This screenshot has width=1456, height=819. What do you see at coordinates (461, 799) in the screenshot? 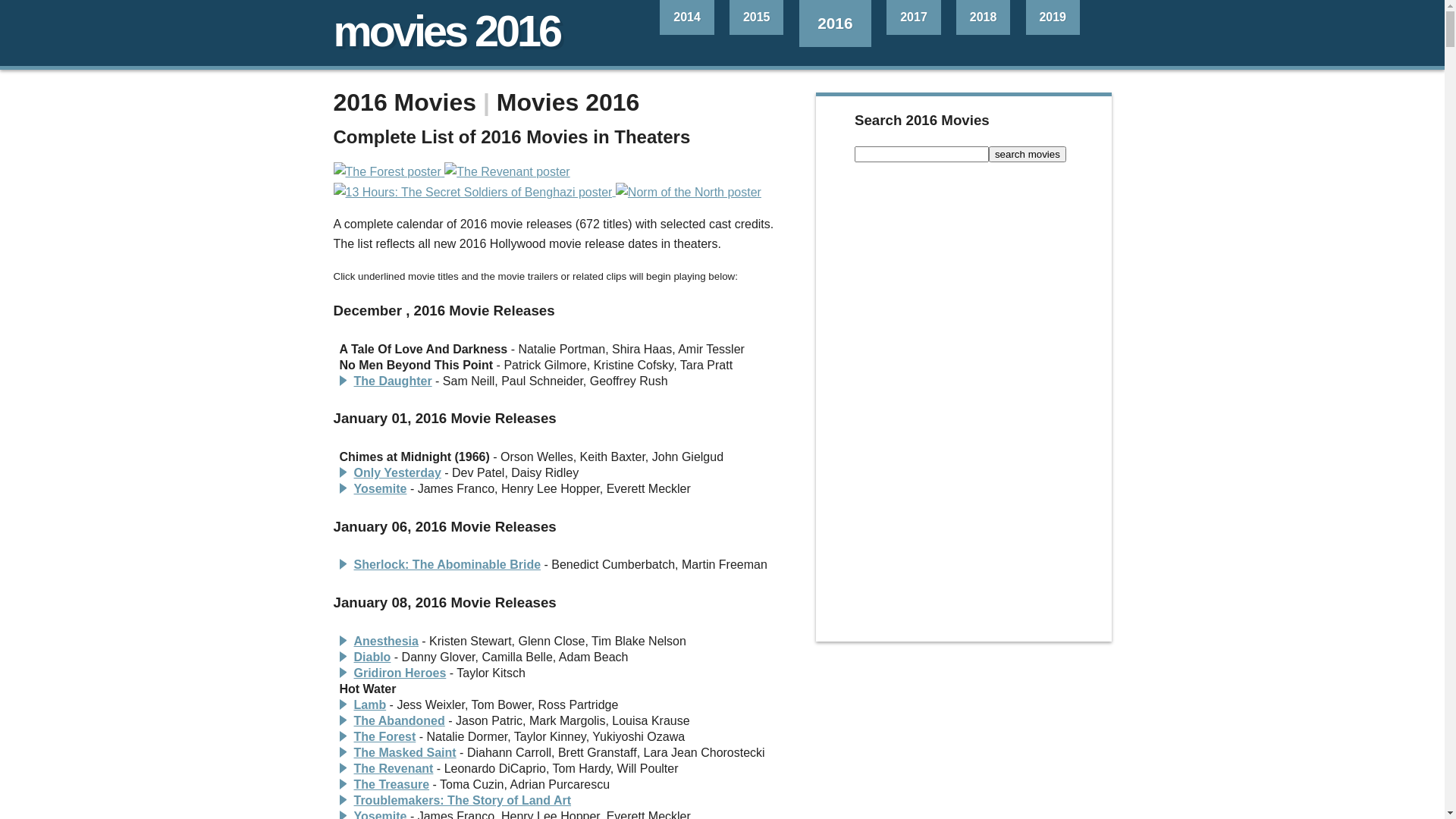
I see `'Troublemakers: The Story of Land Art'` at bounding box center [461, 799].